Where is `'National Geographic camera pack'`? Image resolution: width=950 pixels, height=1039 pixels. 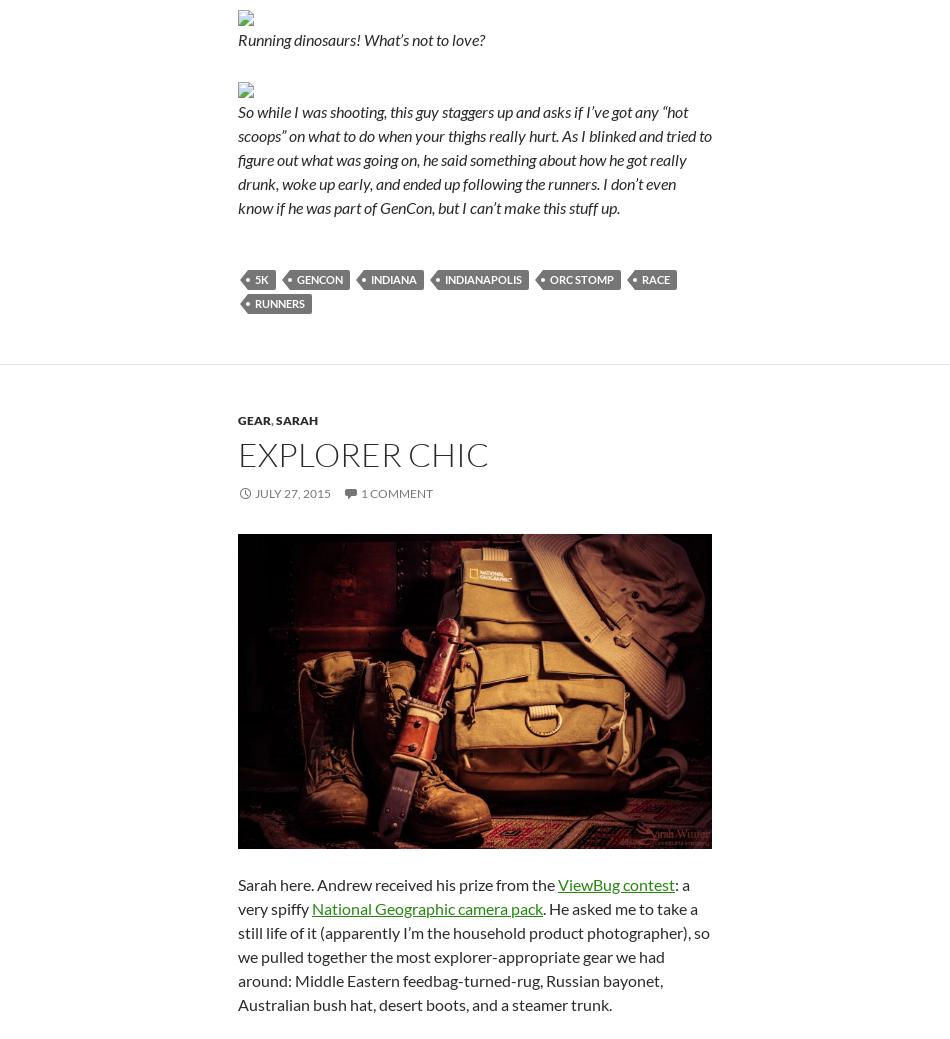
'National Geographic camera pack' is located at coordinates (310, 908).